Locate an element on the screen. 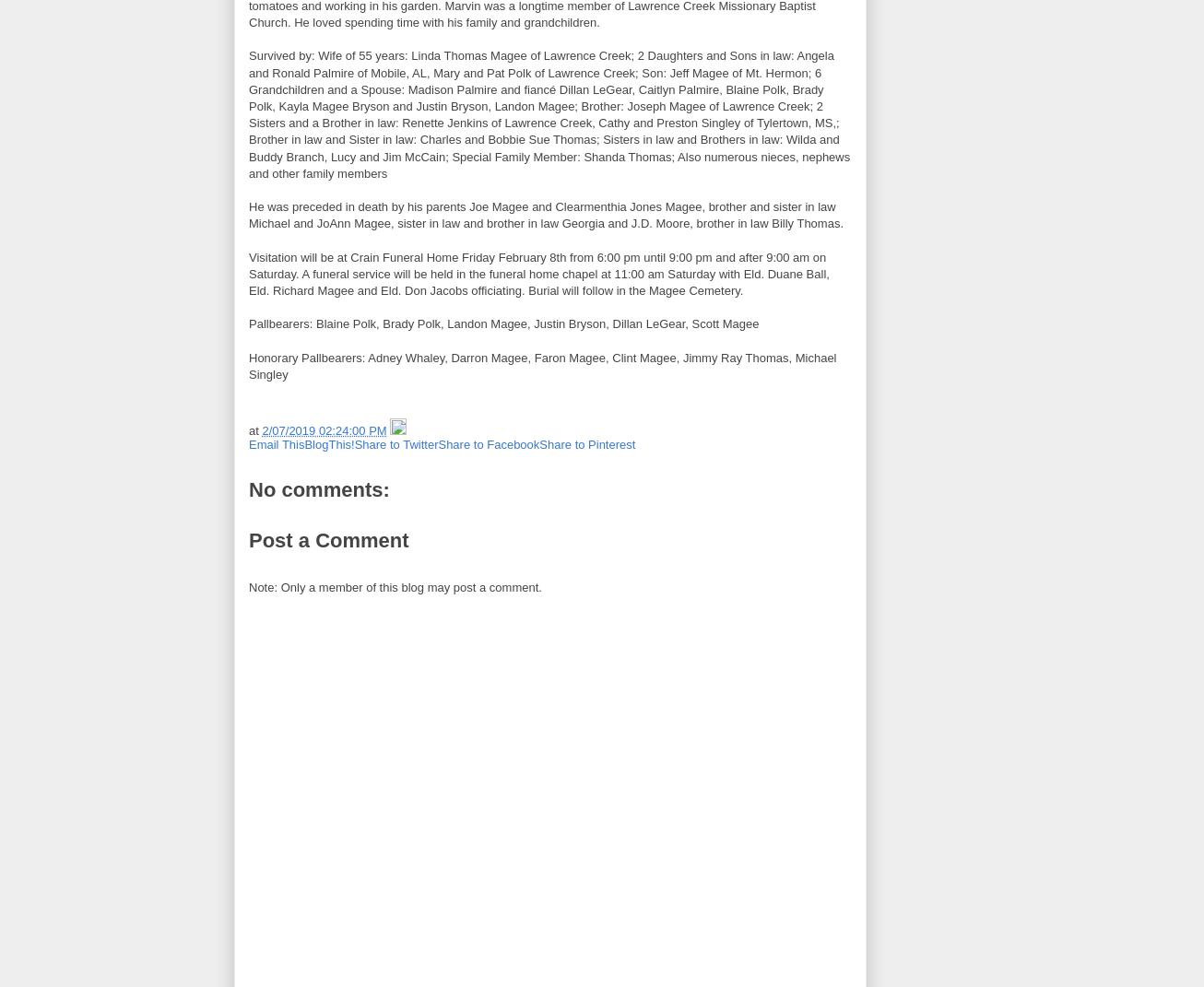 This screenshot has height=987, width=1204. 'Survived by: Wife of 55 years: Linda Thomas Magee of Lawrence Creek; 2 Daughters and Sons in law: Angela and Ronald Palmire of Mobile, AL, Mary and Pat Polk of Lawrence Creek; Son: Jeff Magee of Mt. Hermon; 6 Grandchildren and a Spouse: Madison Palmire and fiancé Dillan LeGear, Caitlyn Palmire, Blaine Polk, Brady Polk, Kayla Magee Bryson and Justin Bryson, Landon Magee; Brother: Joseph Magee of Lawrence Creek; 2 Sisters and a Brother in law: Renette Jenkins of Lawrence Creek, Cathy and Preston Singley of Tylertown, MS,; Brother in law and Sister in law: Charles and Bobbie Sue Thomas; Sisters in law and Brothers in law: Wilda and Buddy Branch, Lucy and Jim McCain; Special Family Member: Shanda Thomas; Also numerous nieces, nephews and other family members' is located at coordinates (248, 114).